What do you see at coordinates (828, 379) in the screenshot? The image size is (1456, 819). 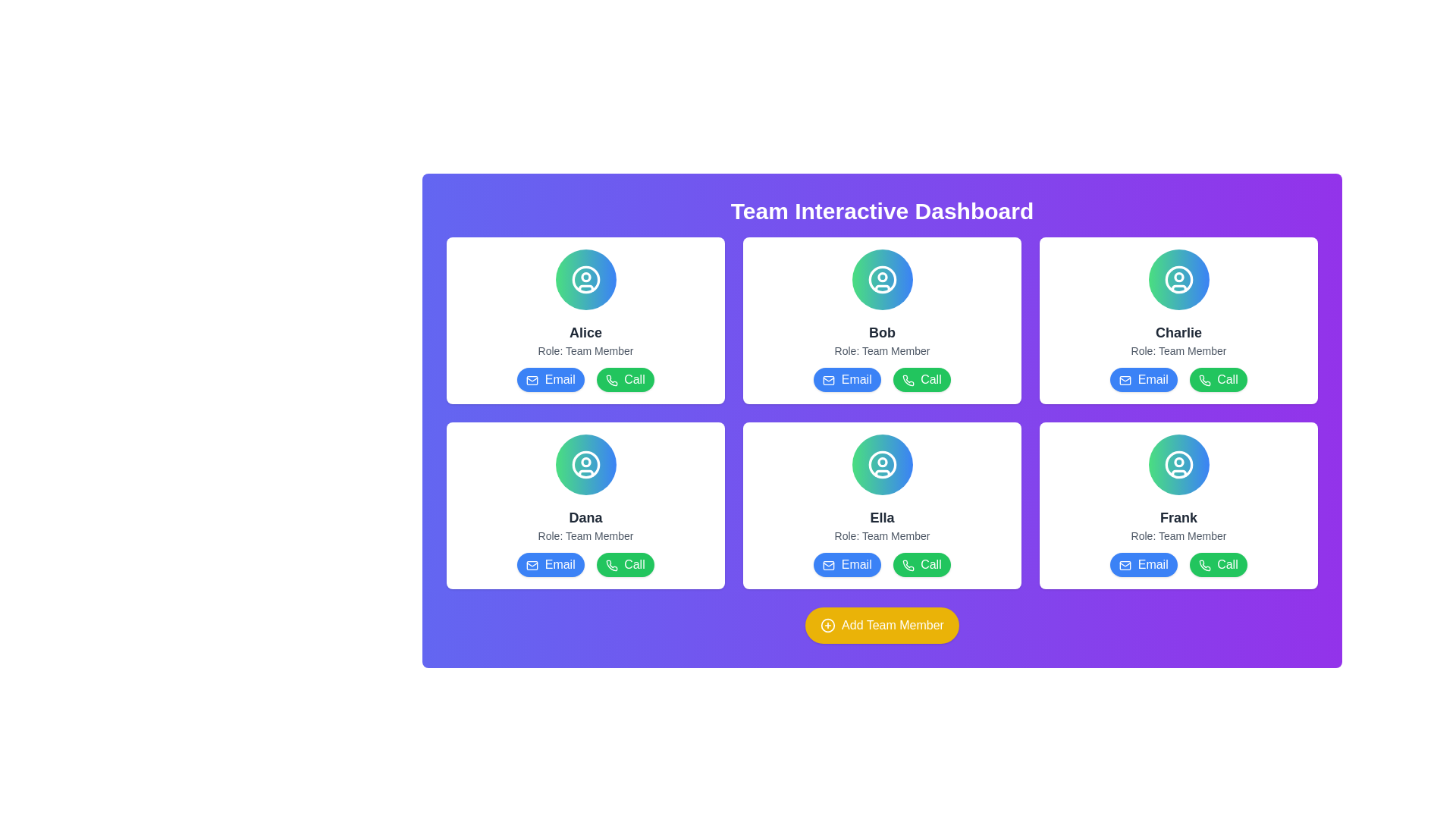 I see `the 'Email' button located under Bob's profile in the Team Interactive Dashboard to initiate an email` at bounding box center [828, 379].